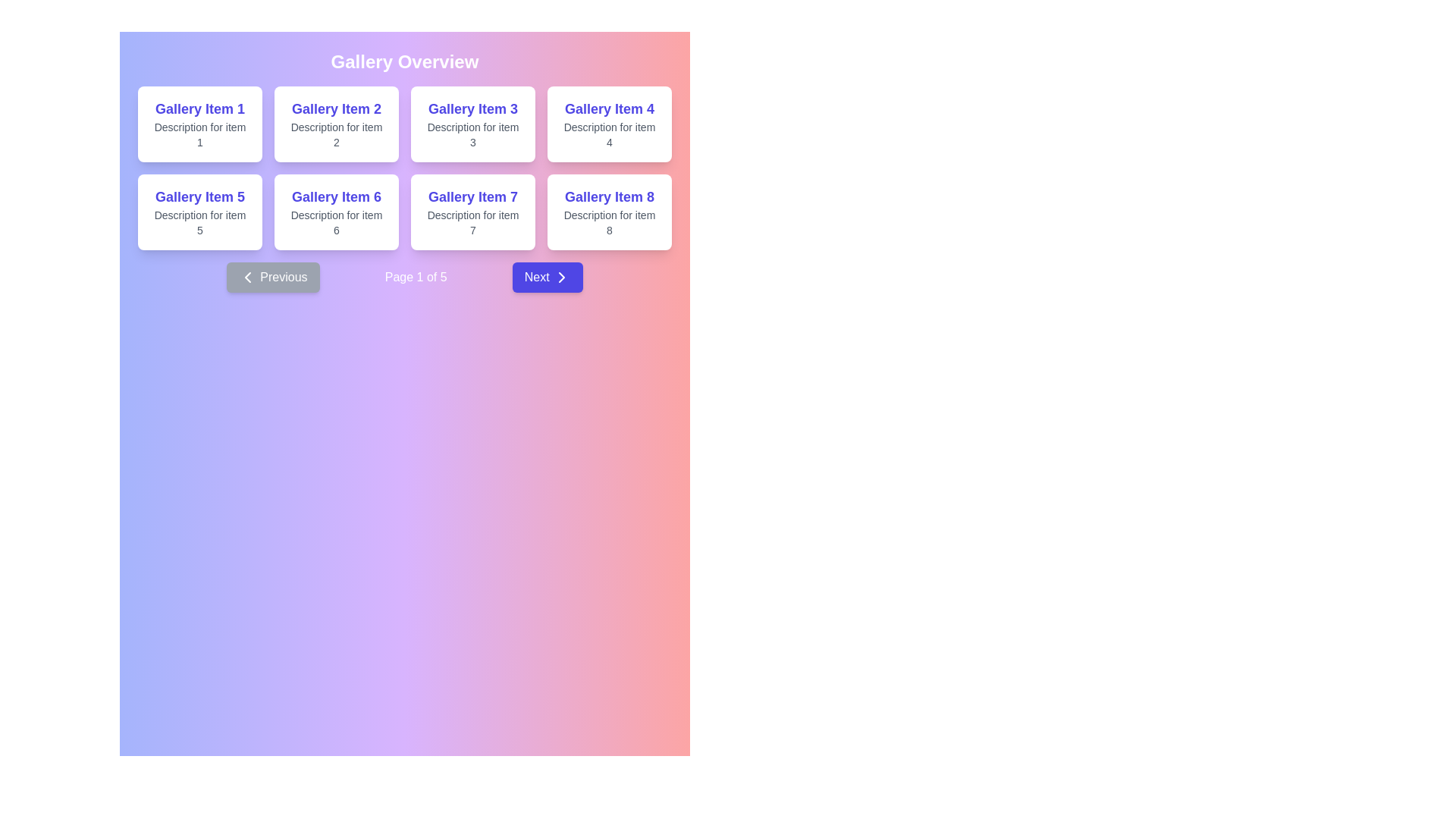 This screenshot has width=1456, height=819. What do you see at coordinates (199, 222) in the screenshot?
I see `text from the second text line within the card labeled 'Gallery Item 5', which displays 'Description for item 5'` at bounding box center [199, 222].